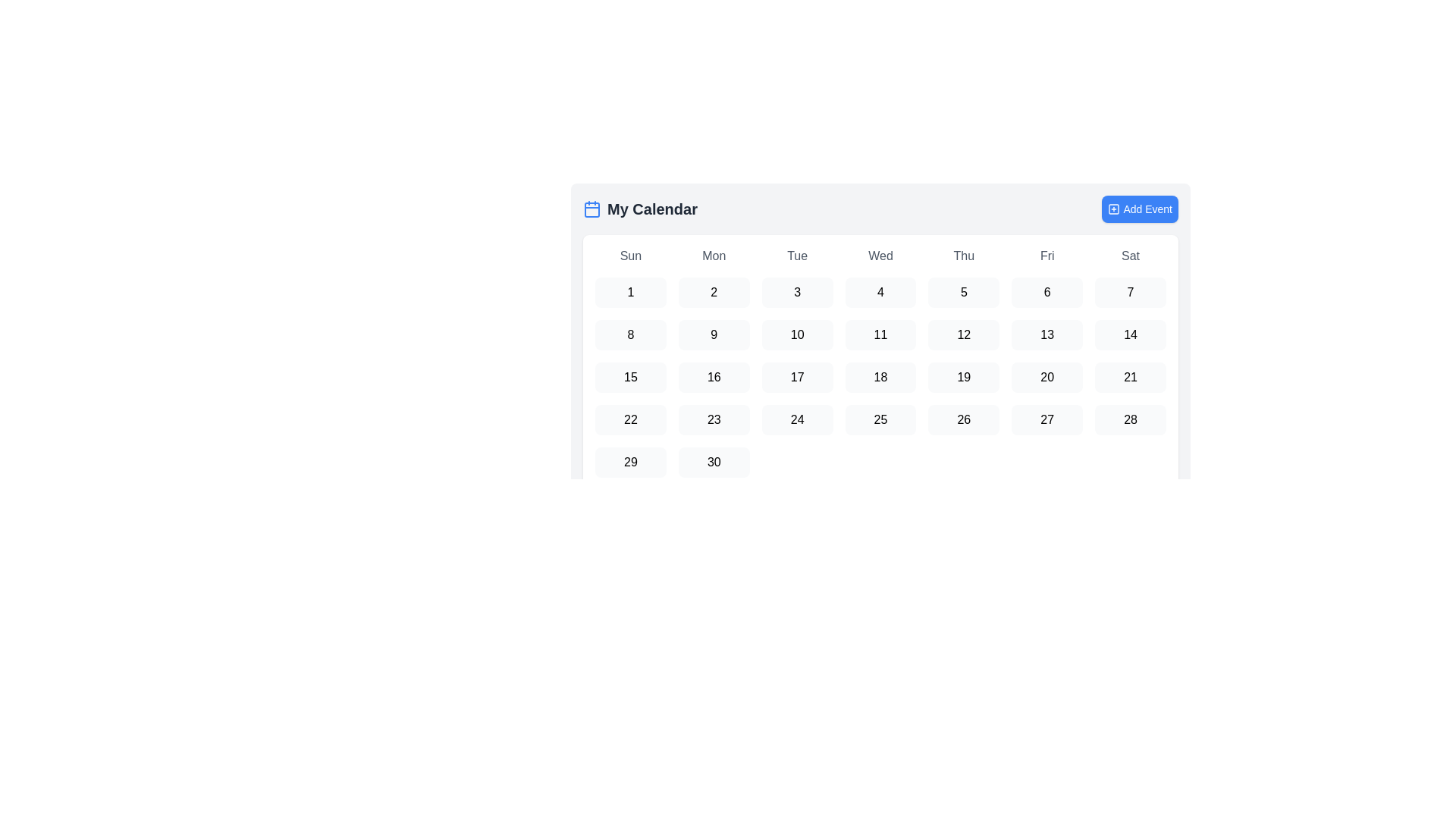 This screenshot has width=1456, height=819. What do you see at coordinates (713, 256) in the screenshot?
I see `the text label displaying 'Mon', which is styled in gray and located in the calendar header row, between 'Sun' and 'Tue'` at bounding box center [713, 256].